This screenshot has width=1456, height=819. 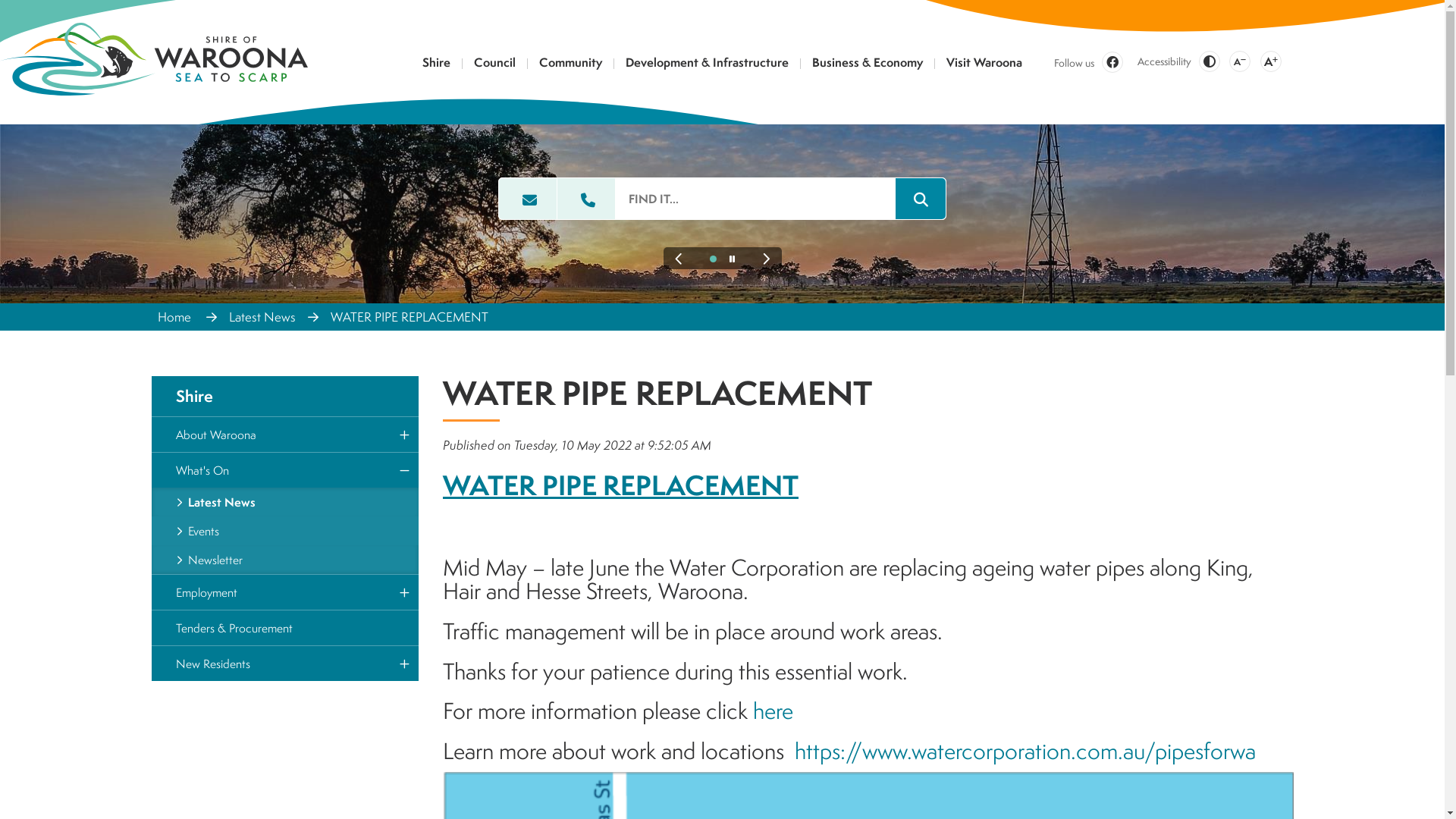 I want to click on 'here', so click(x=753, y=711).